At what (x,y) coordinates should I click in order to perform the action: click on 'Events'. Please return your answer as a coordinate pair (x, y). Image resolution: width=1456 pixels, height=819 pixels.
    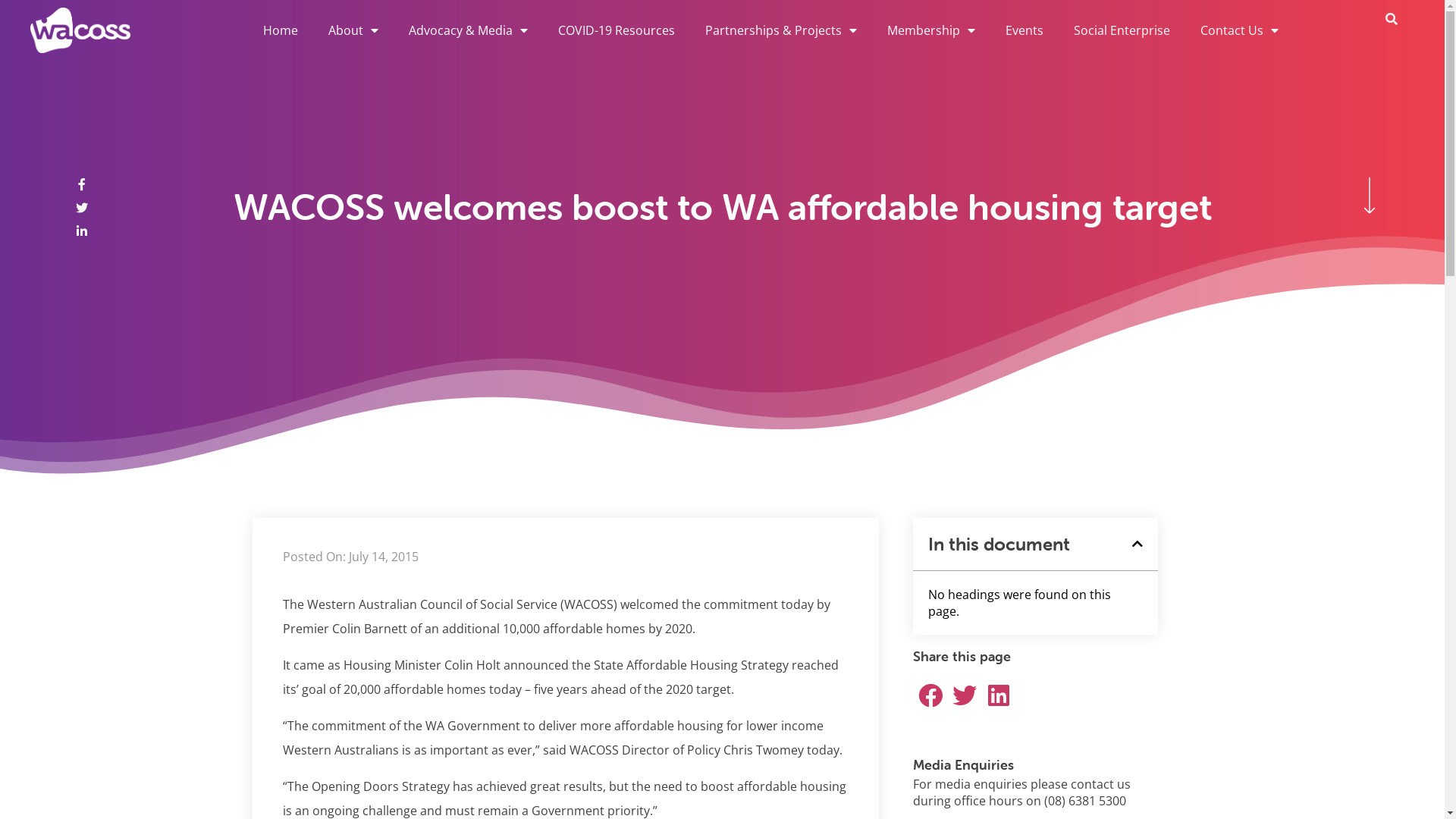
    Looking at the image, I should click on (1024, 30).